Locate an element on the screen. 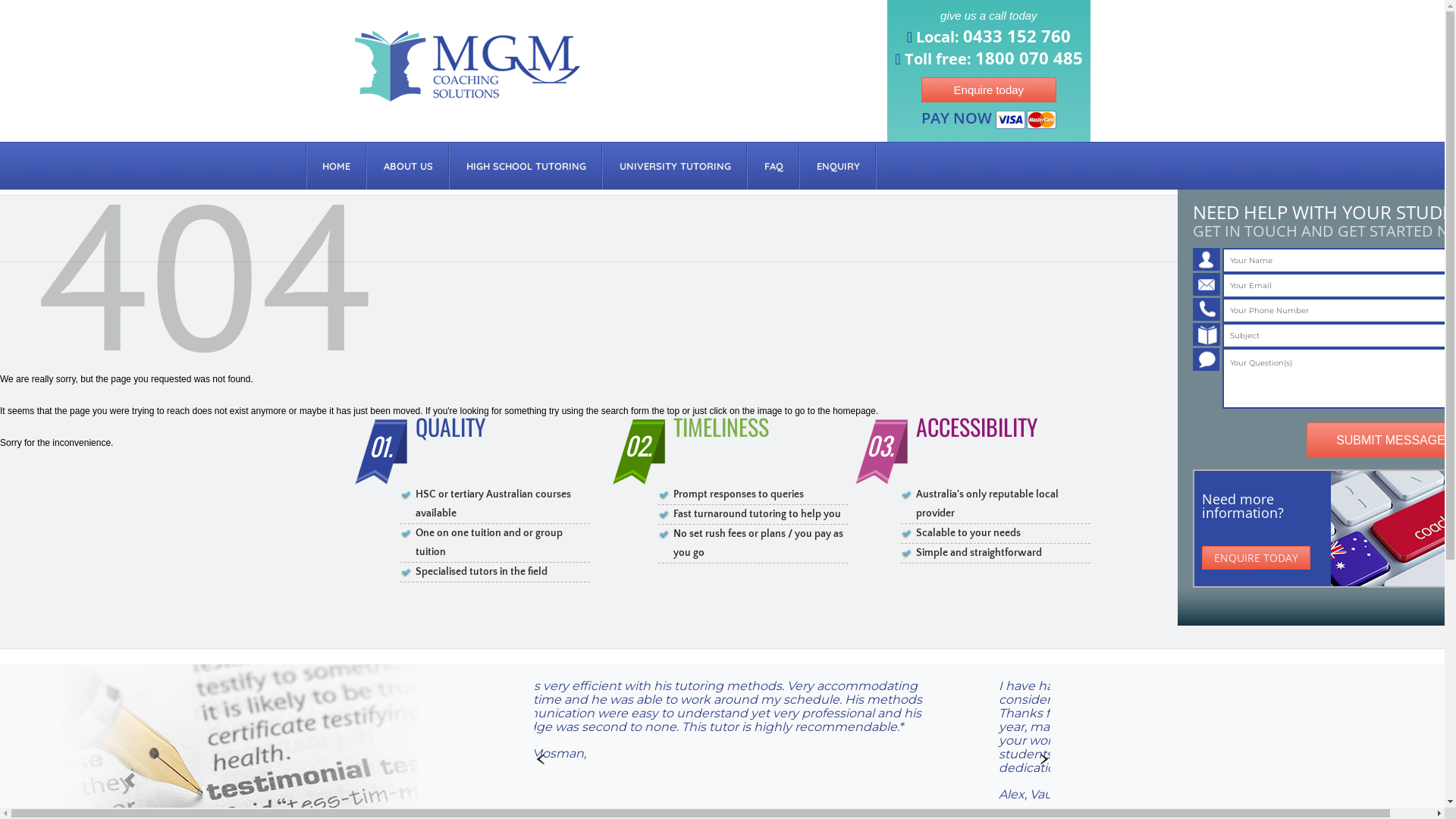 The width and height of the screenshot is (1456, 819). 'UNIVERSITY TUTORING' is located at coordinates (673, 166).